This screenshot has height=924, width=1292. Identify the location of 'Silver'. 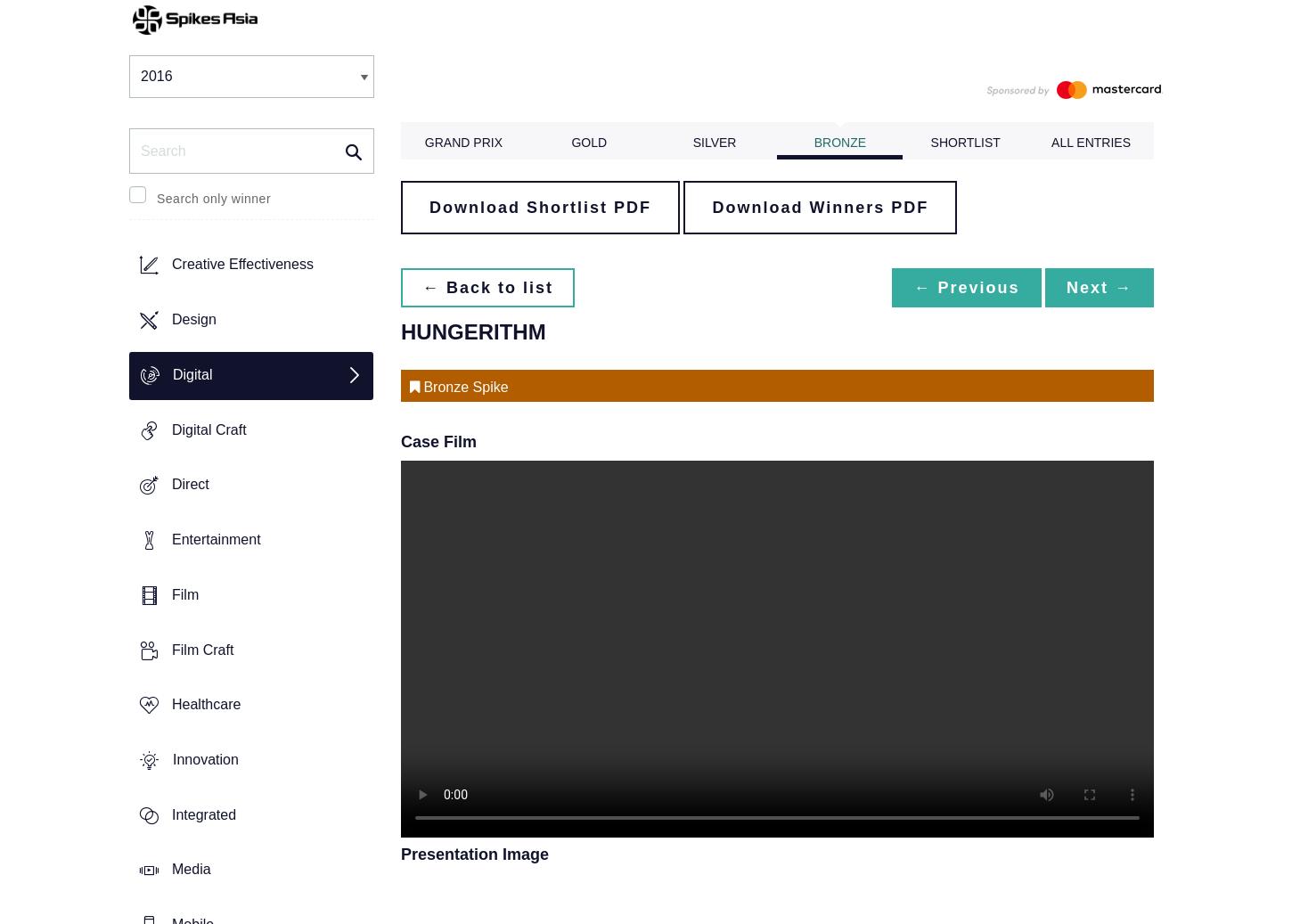
(692, 142).